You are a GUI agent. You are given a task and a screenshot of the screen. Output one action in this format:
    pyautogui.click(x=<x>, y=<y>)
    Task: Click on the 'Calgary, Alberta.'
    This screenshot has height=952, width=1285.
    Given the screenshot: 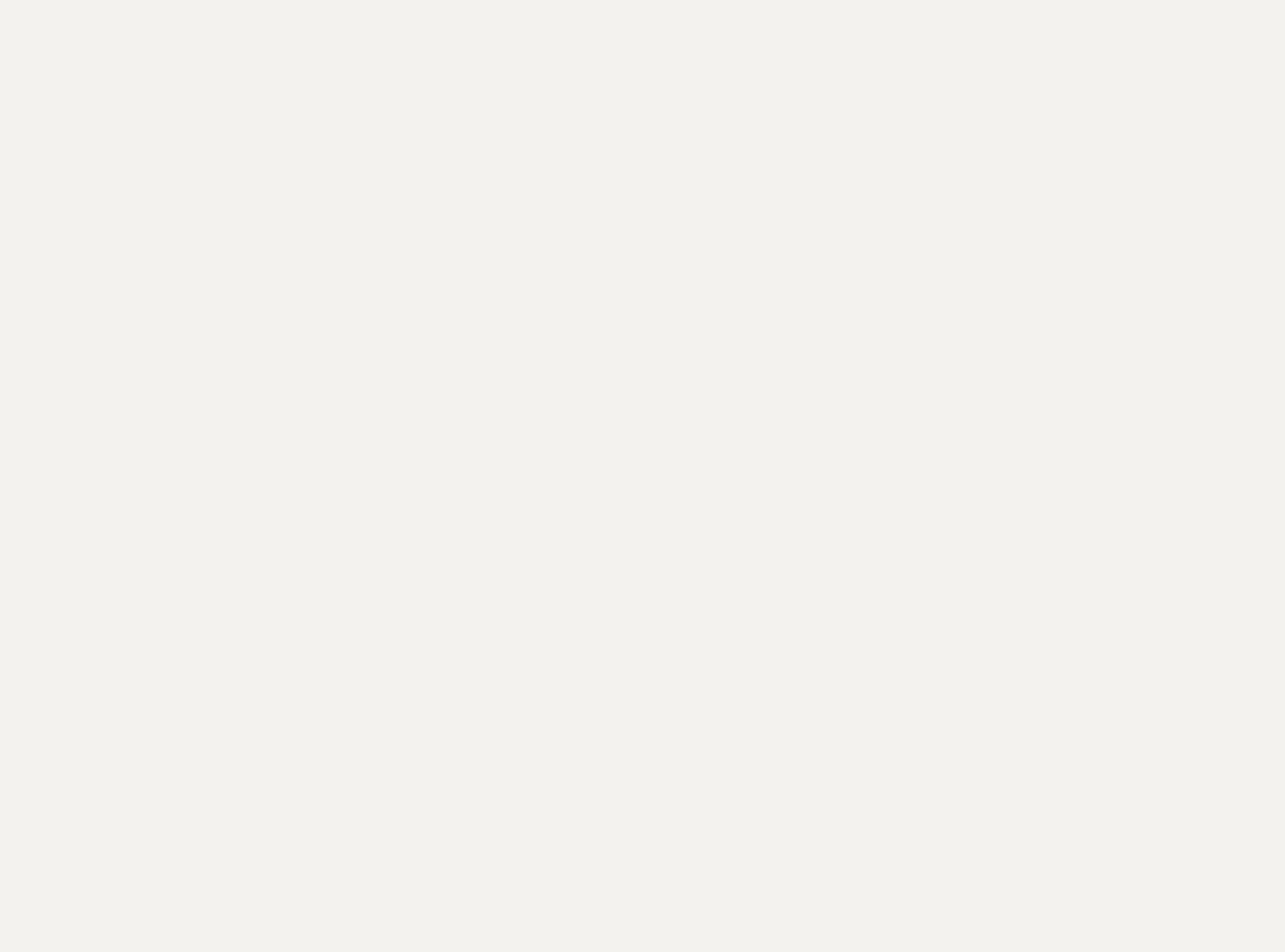 What is the action you would take?
    pyautogui.click(x=354, y=230)
    